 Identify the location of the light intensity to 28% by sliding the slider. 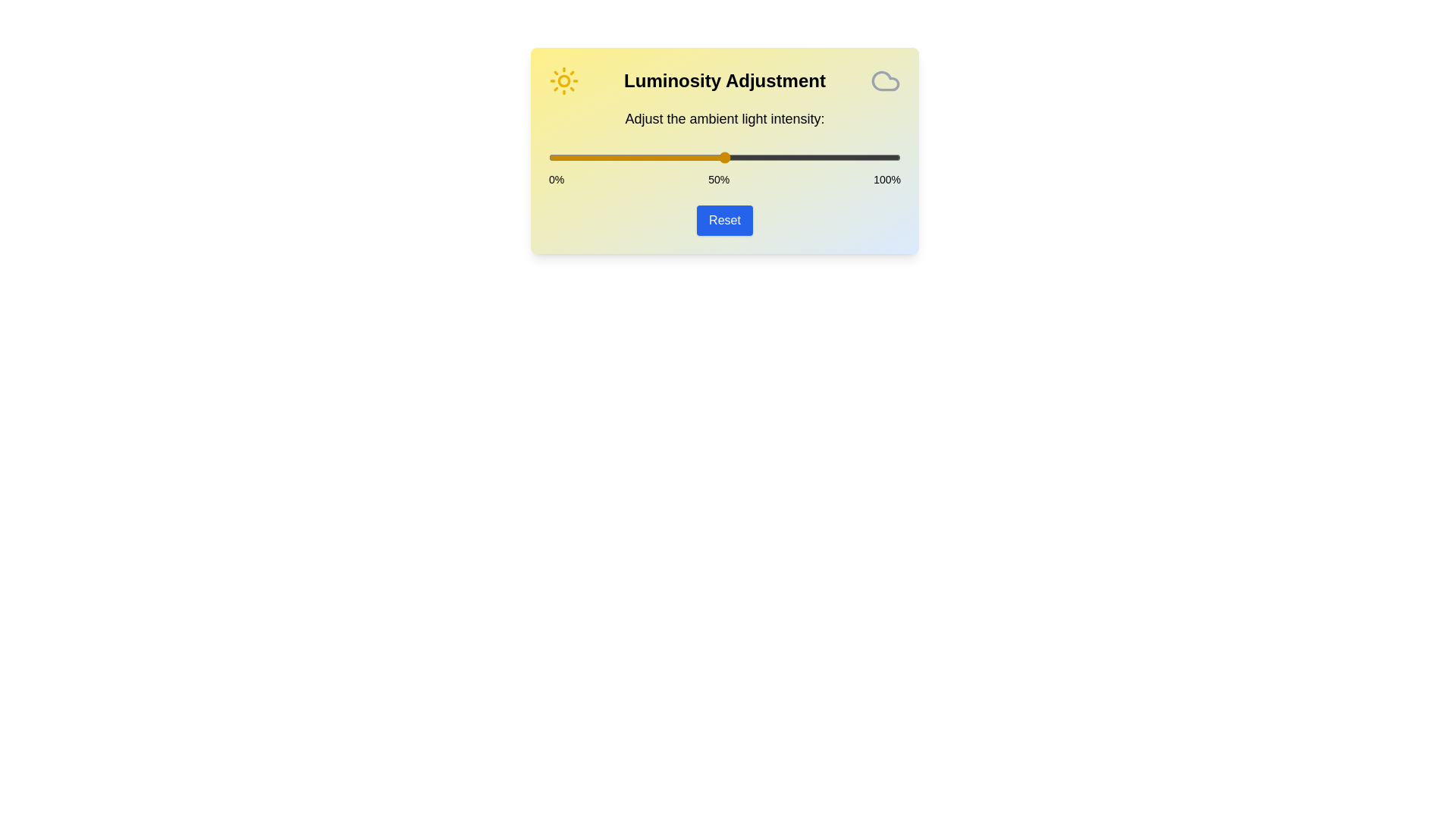
(647, 158).